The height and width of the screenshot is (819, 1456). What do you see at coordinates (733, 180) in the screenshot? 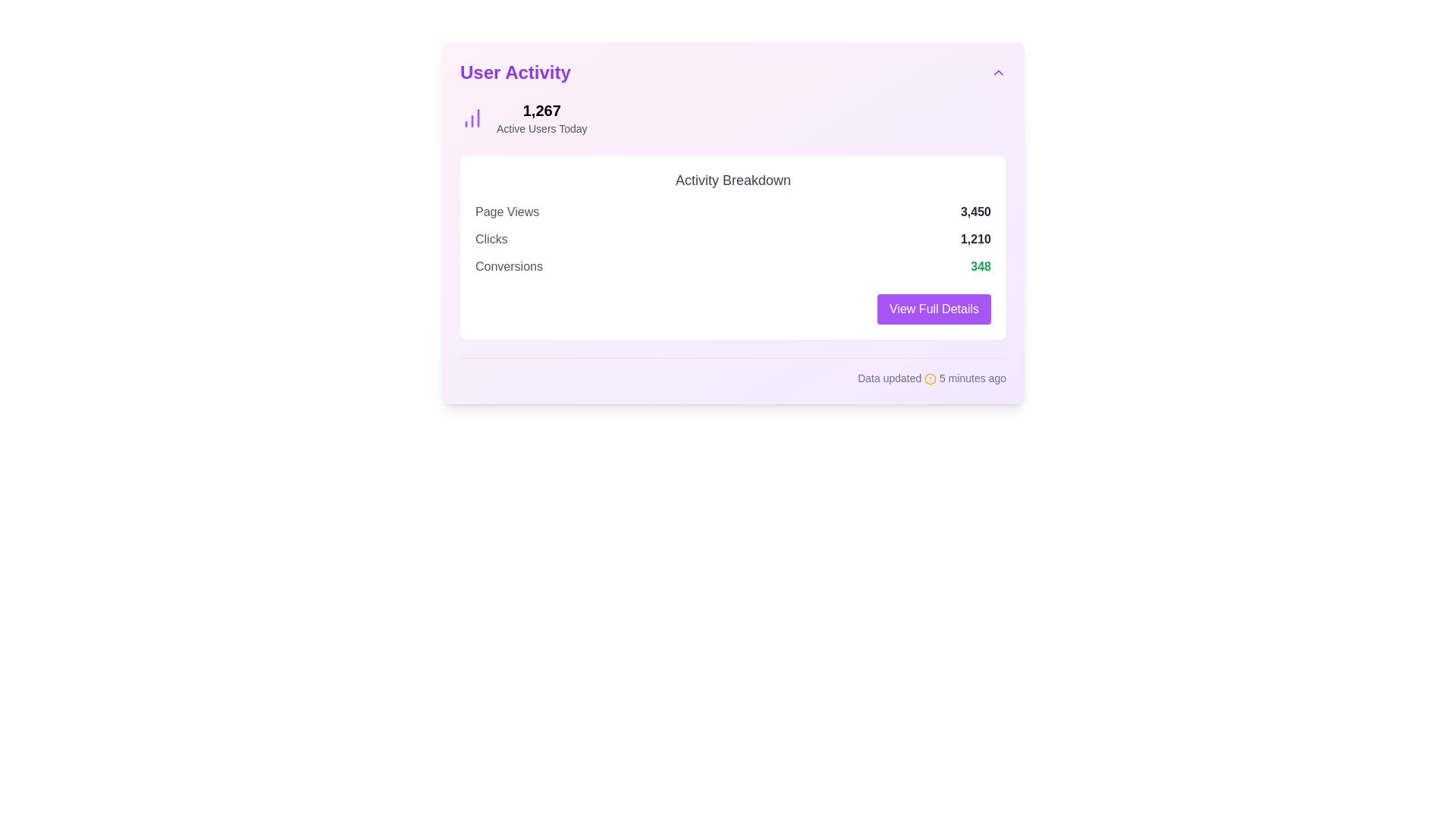
I see `descriptive title text located within a white box surrounded by a lightly shaded purple background, positioned near the top-left of the box above the metrics list and the 'View Full Details' button` at bounding box center [733, 180].